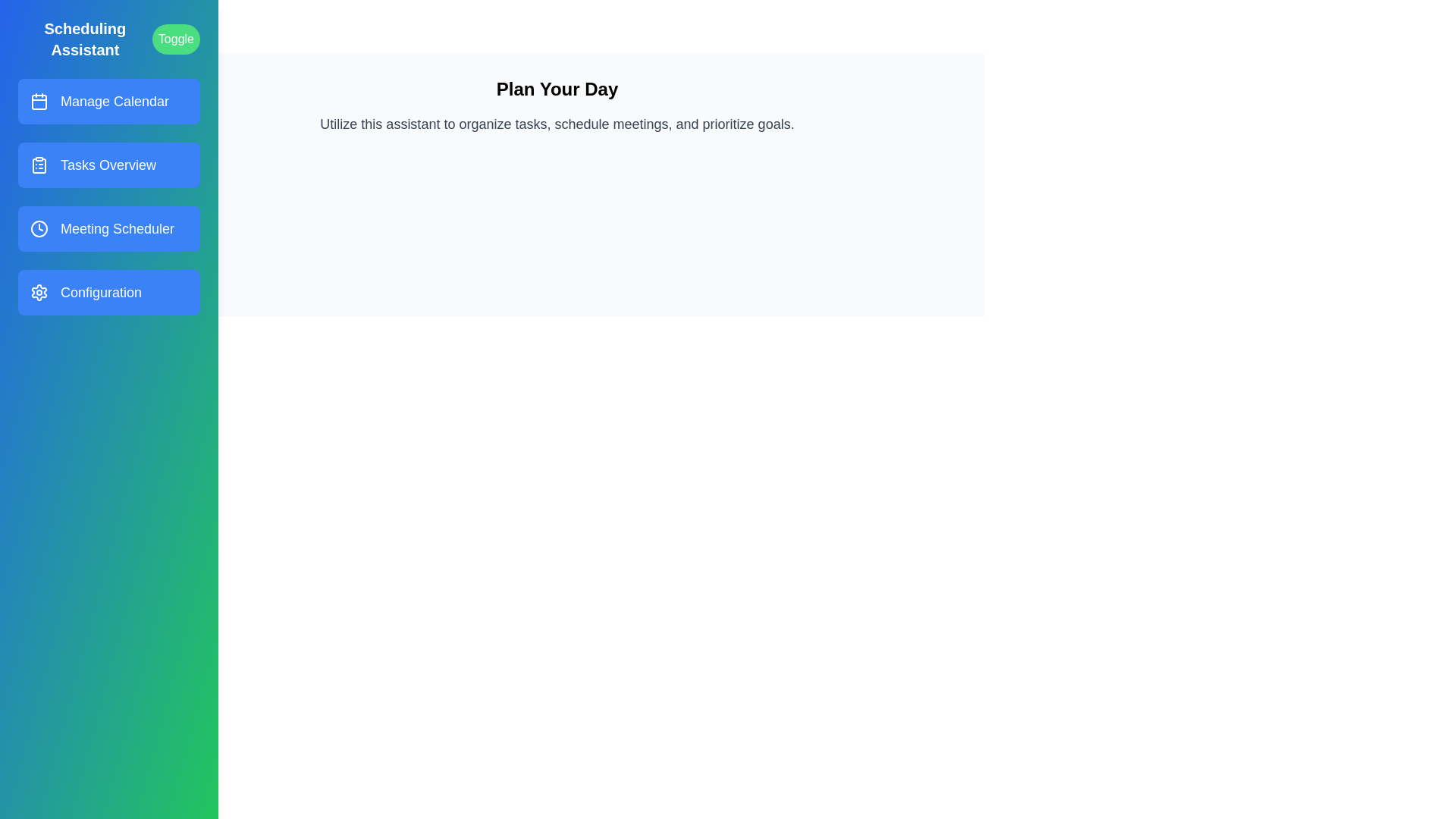  I want to click on the menu item corresponding to Meeting Scheduler, so click(108, 228).